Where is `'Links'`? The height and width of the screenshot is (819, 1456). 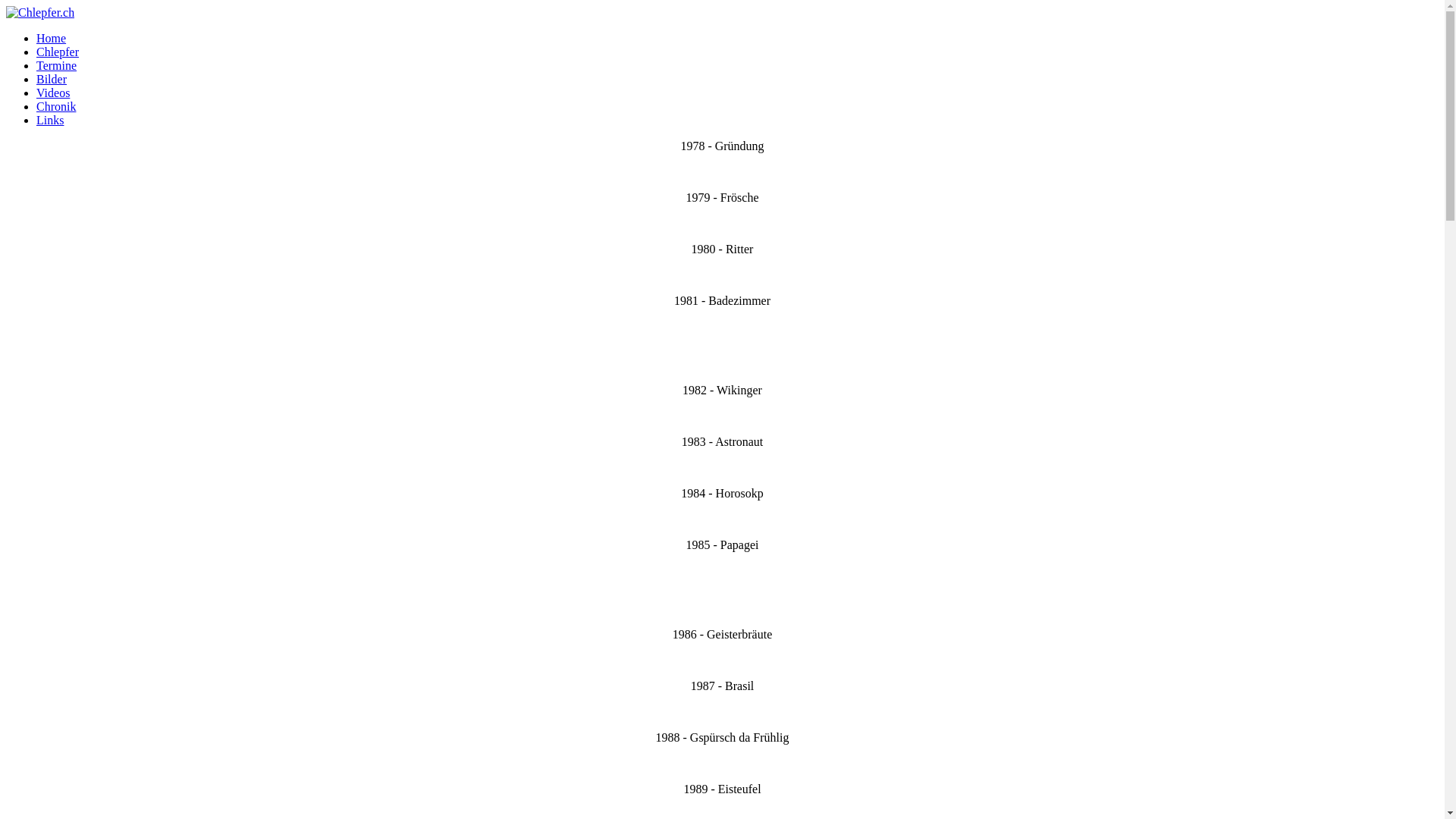 'Links' is located at coordinates (50, 119).